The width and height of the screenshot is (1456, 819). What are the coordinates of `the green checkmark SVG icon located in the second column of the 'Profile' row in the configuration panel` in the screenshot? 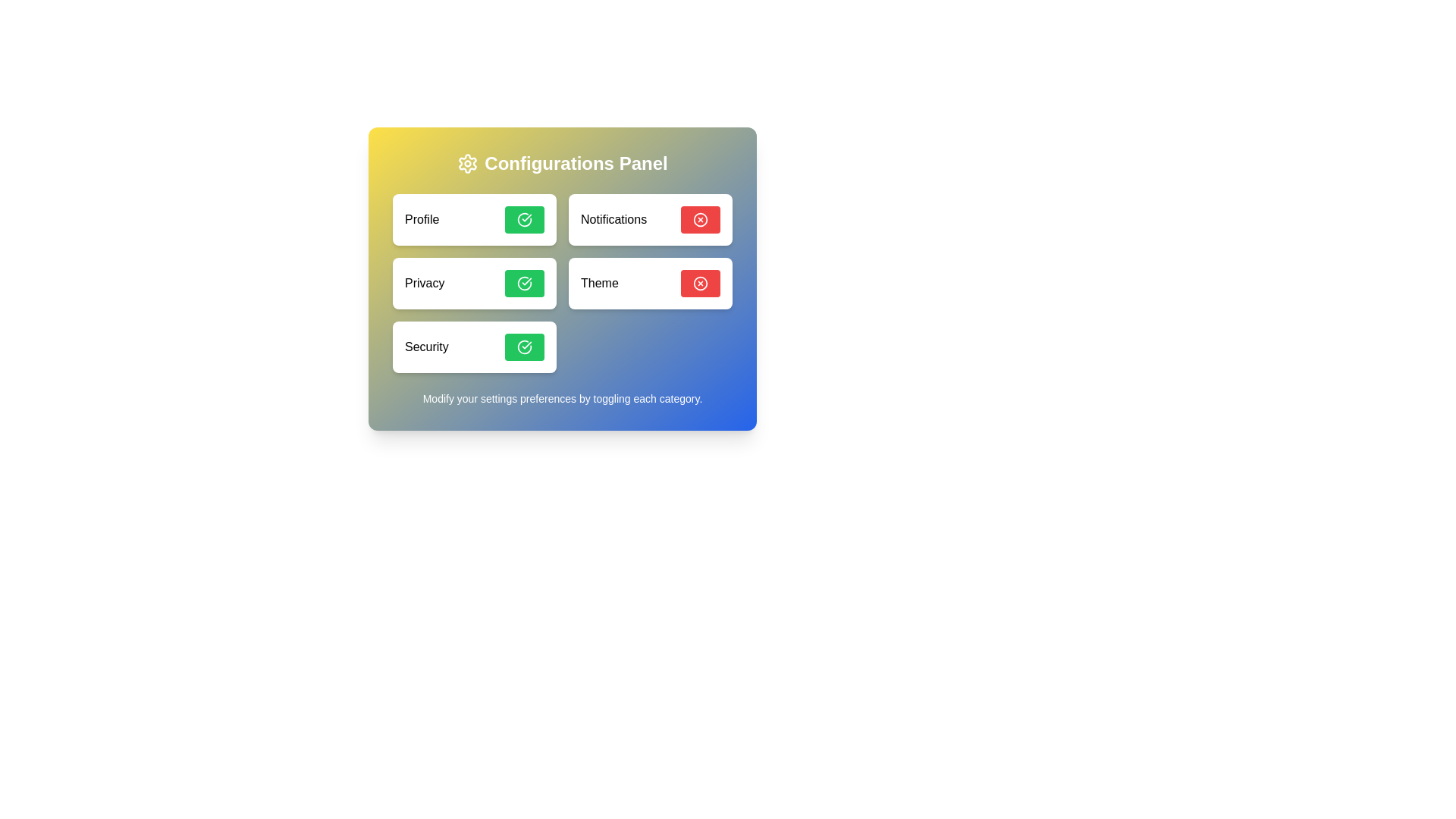 It's located at (524, 219).